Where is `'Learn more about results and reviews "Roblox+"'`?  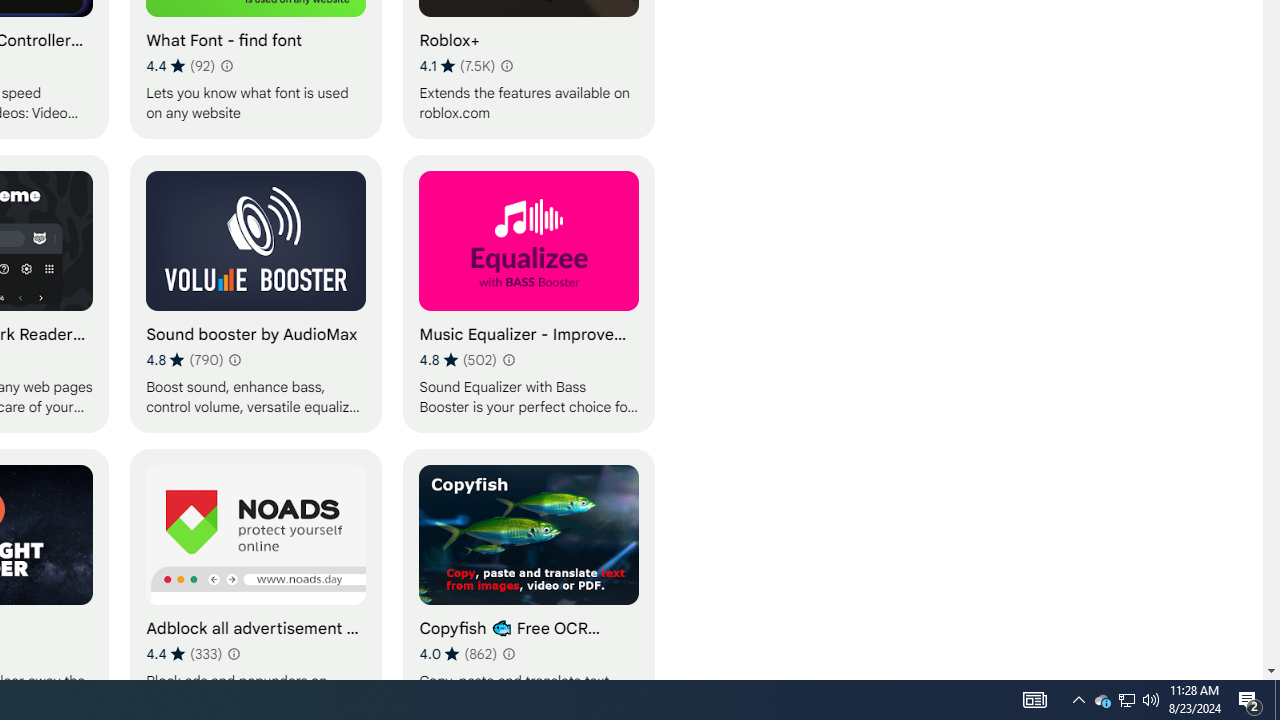
'Learn more about results and reviews "Roblox+"' is located at coordinates (506, 64).